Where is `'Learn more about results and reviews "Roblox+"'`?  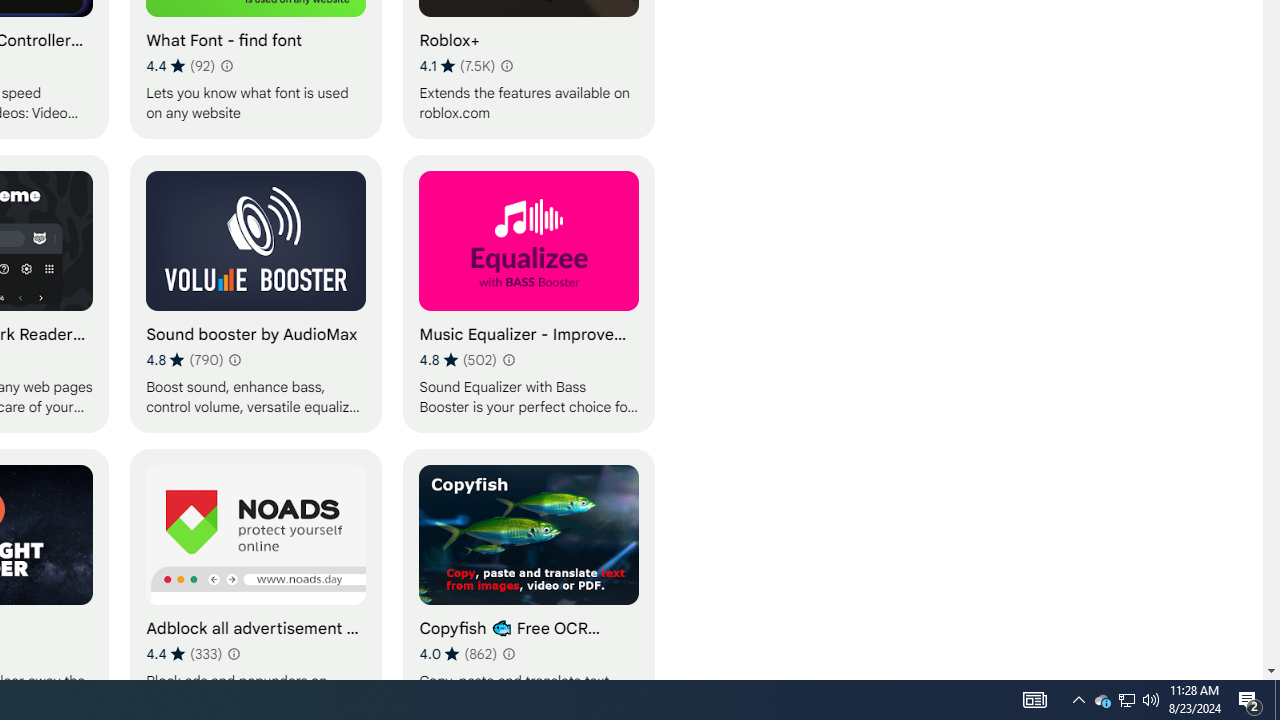
'Learn more about results and reviews "Roblox+"' is located at coordinates (506, 64).